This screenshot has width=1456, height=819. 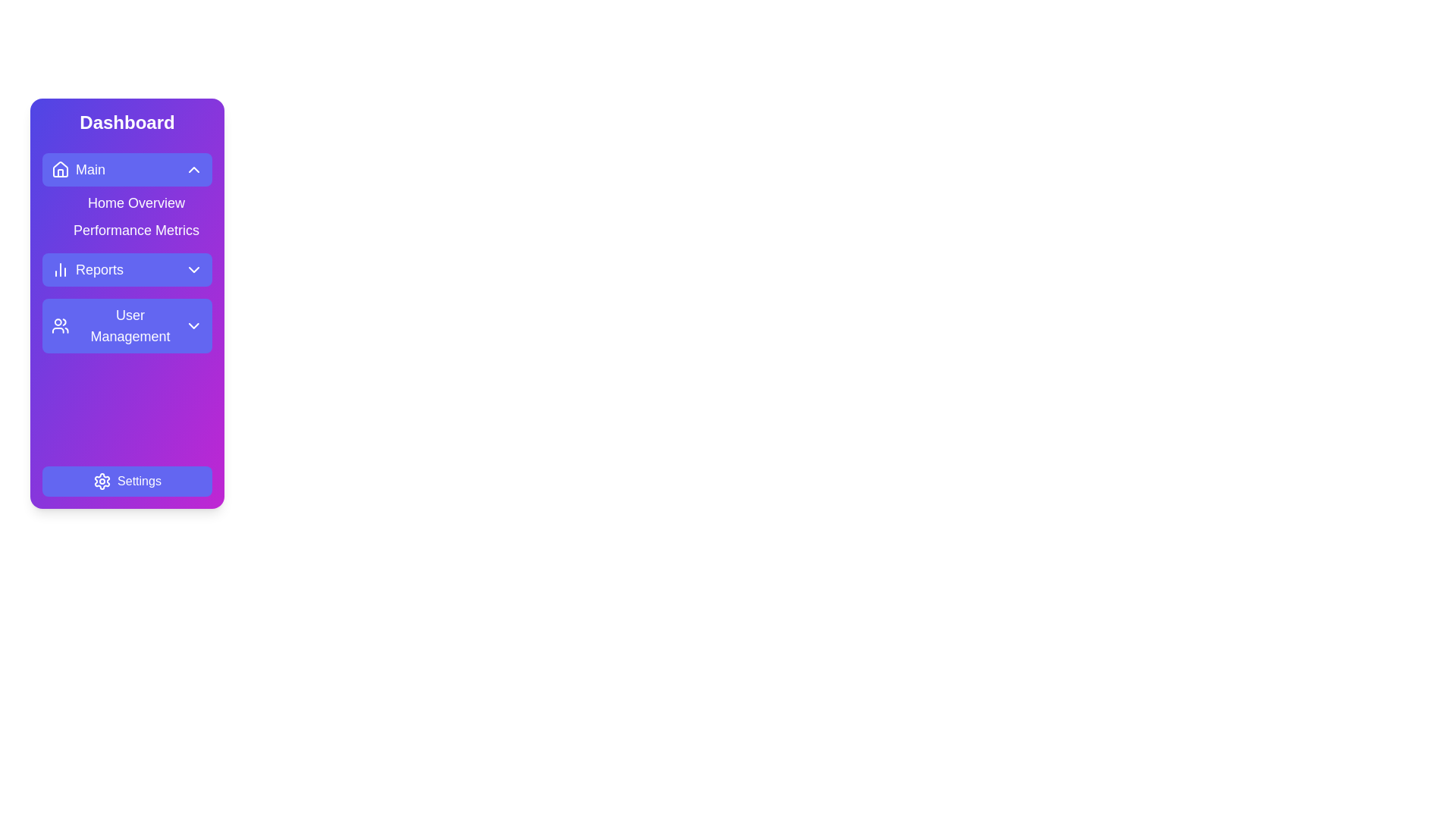 What do you see at coordinates (61, 169) in the screenshot?
I see `the icon located at the top-left corner of the purple rectangular button labeled 'Main' in the sidebar navigation menu` at bounding box center [61, 169].